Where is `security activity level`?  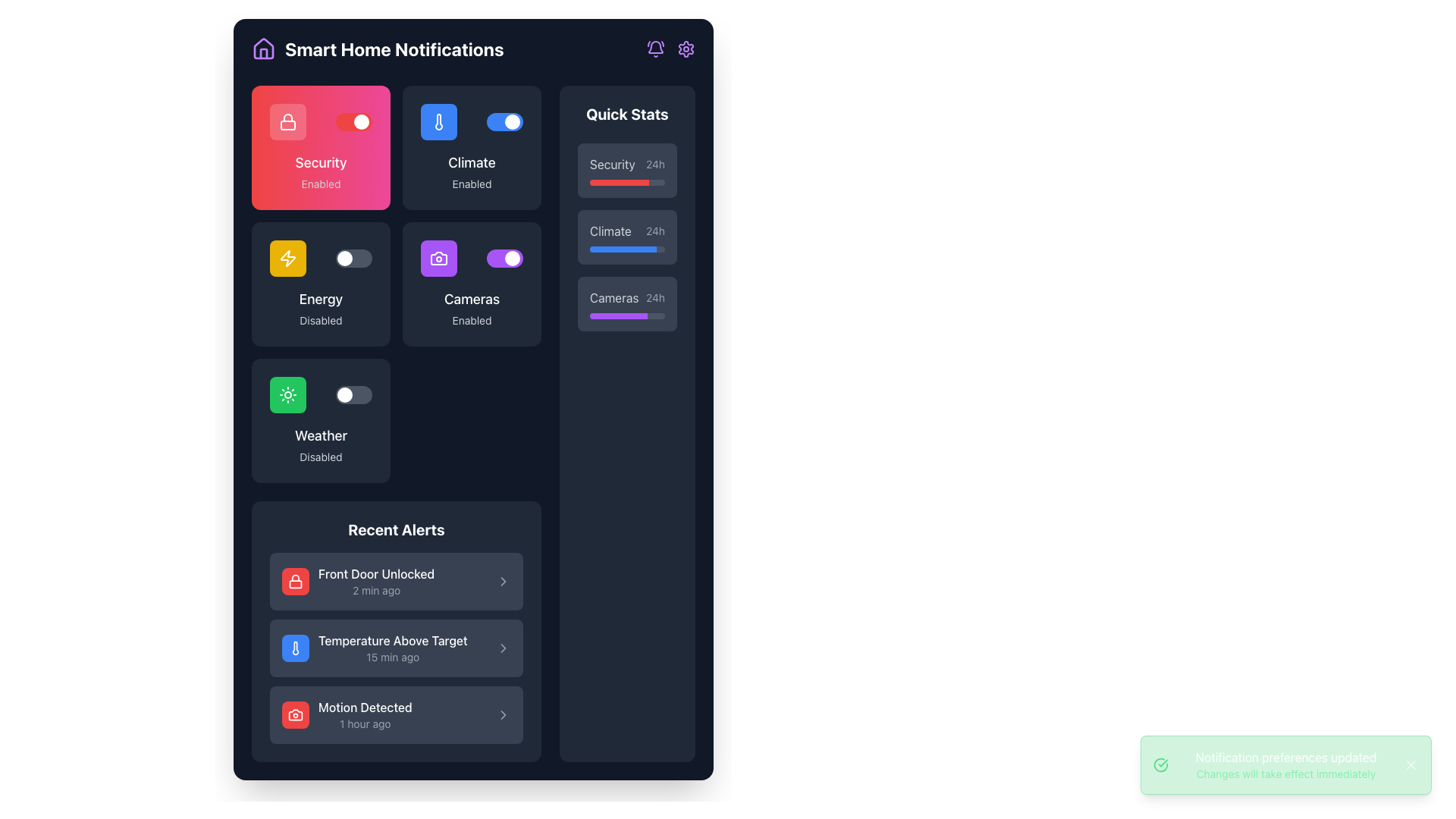 security activity level is located at coordinates (642, 181).